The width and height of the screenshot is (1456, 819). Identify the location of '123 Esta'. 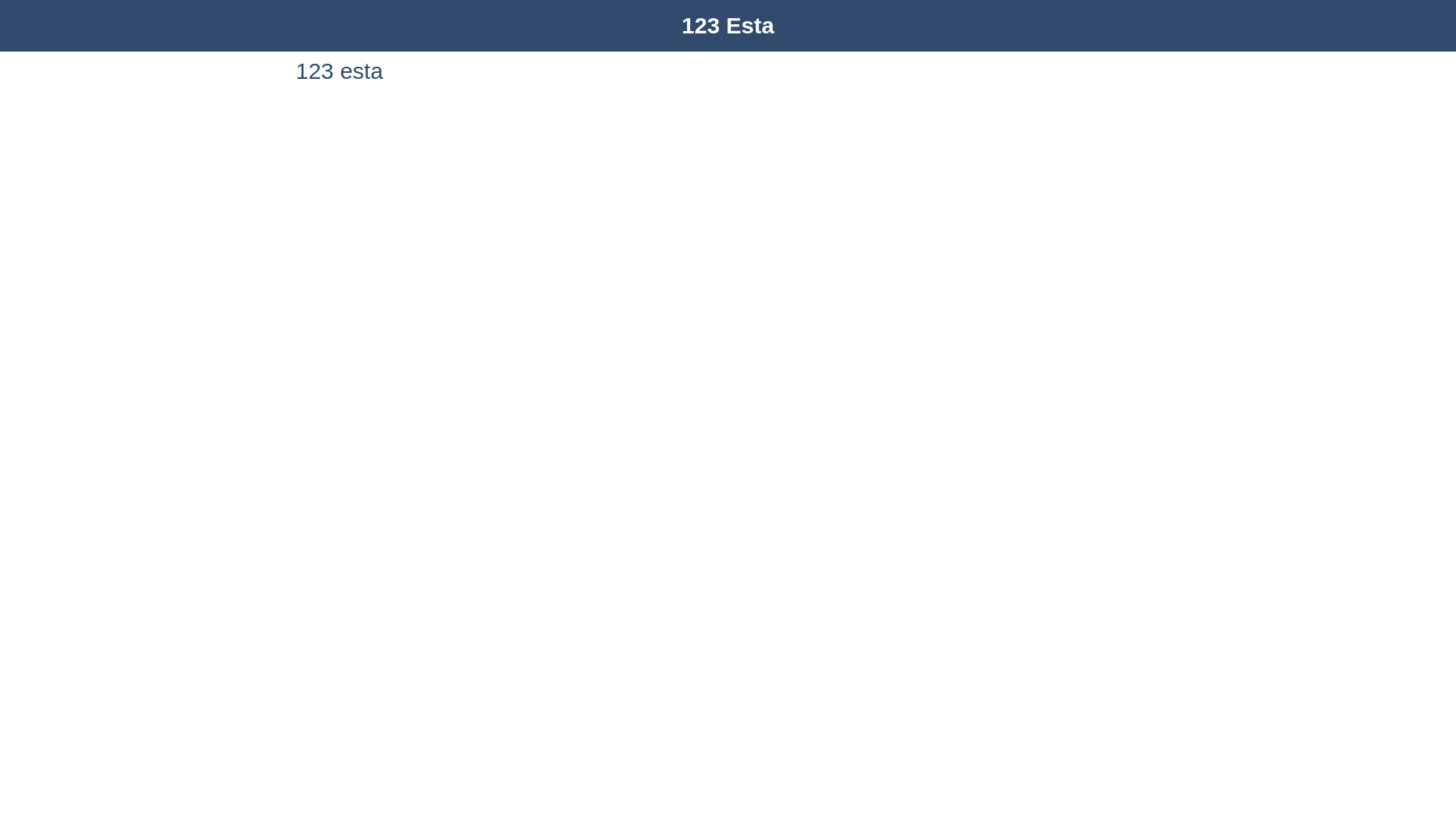
(728, 25).